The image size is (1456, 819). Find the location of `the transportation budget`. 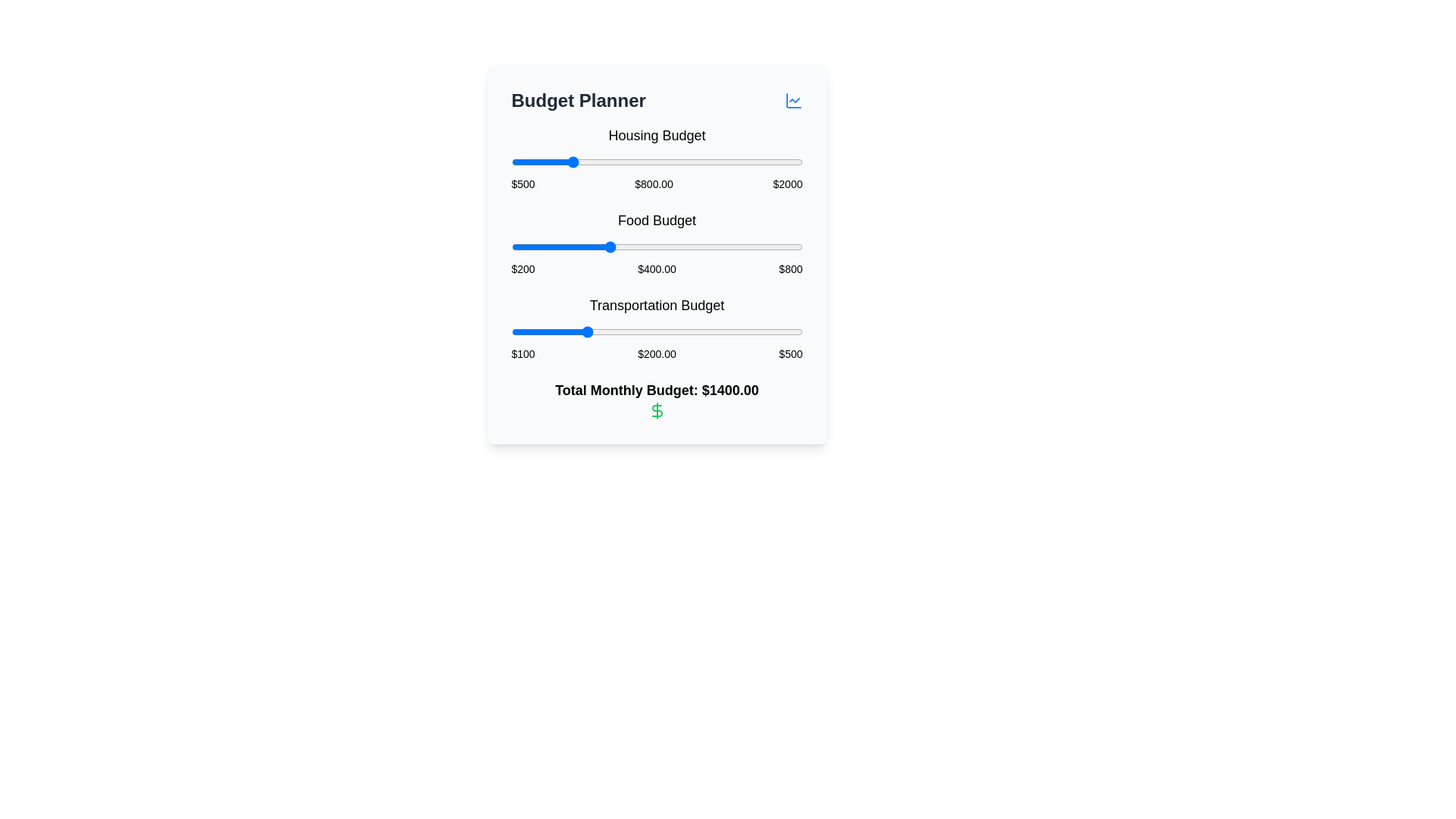

the transportation budget is located at coordinates (642, 331).